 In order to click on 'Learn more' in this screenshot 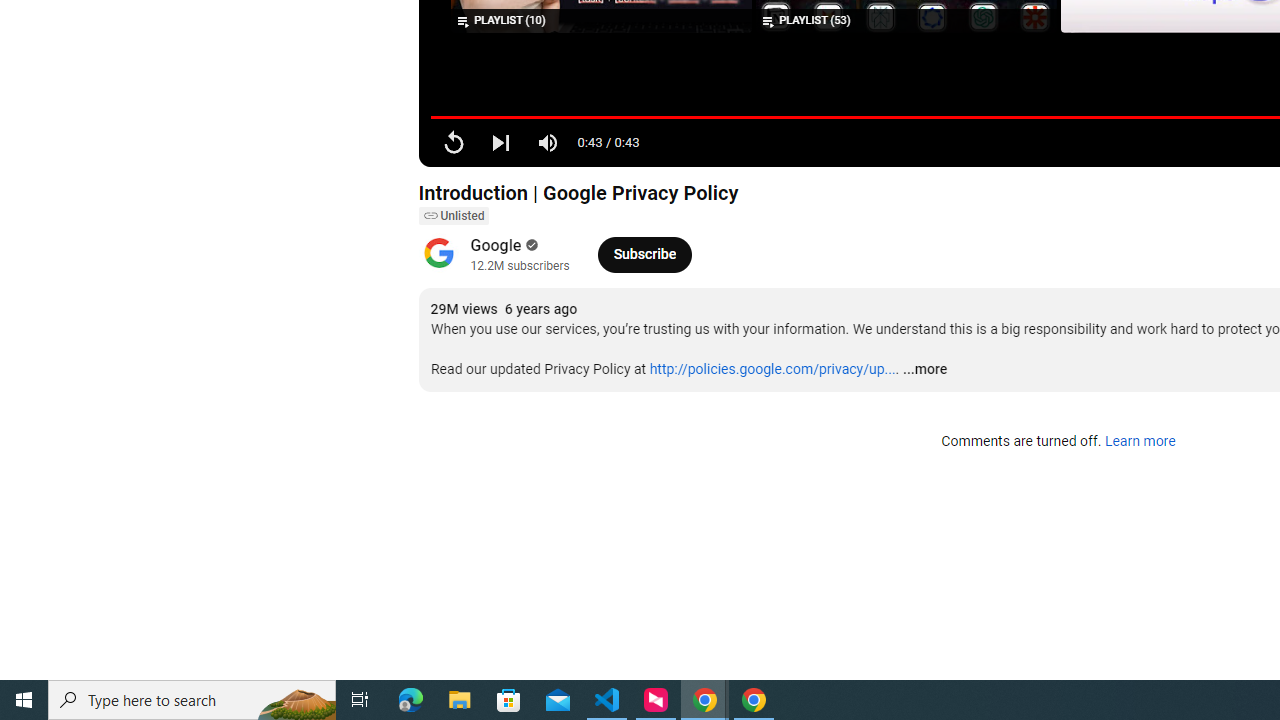, I will do `click(1139, 441)`.